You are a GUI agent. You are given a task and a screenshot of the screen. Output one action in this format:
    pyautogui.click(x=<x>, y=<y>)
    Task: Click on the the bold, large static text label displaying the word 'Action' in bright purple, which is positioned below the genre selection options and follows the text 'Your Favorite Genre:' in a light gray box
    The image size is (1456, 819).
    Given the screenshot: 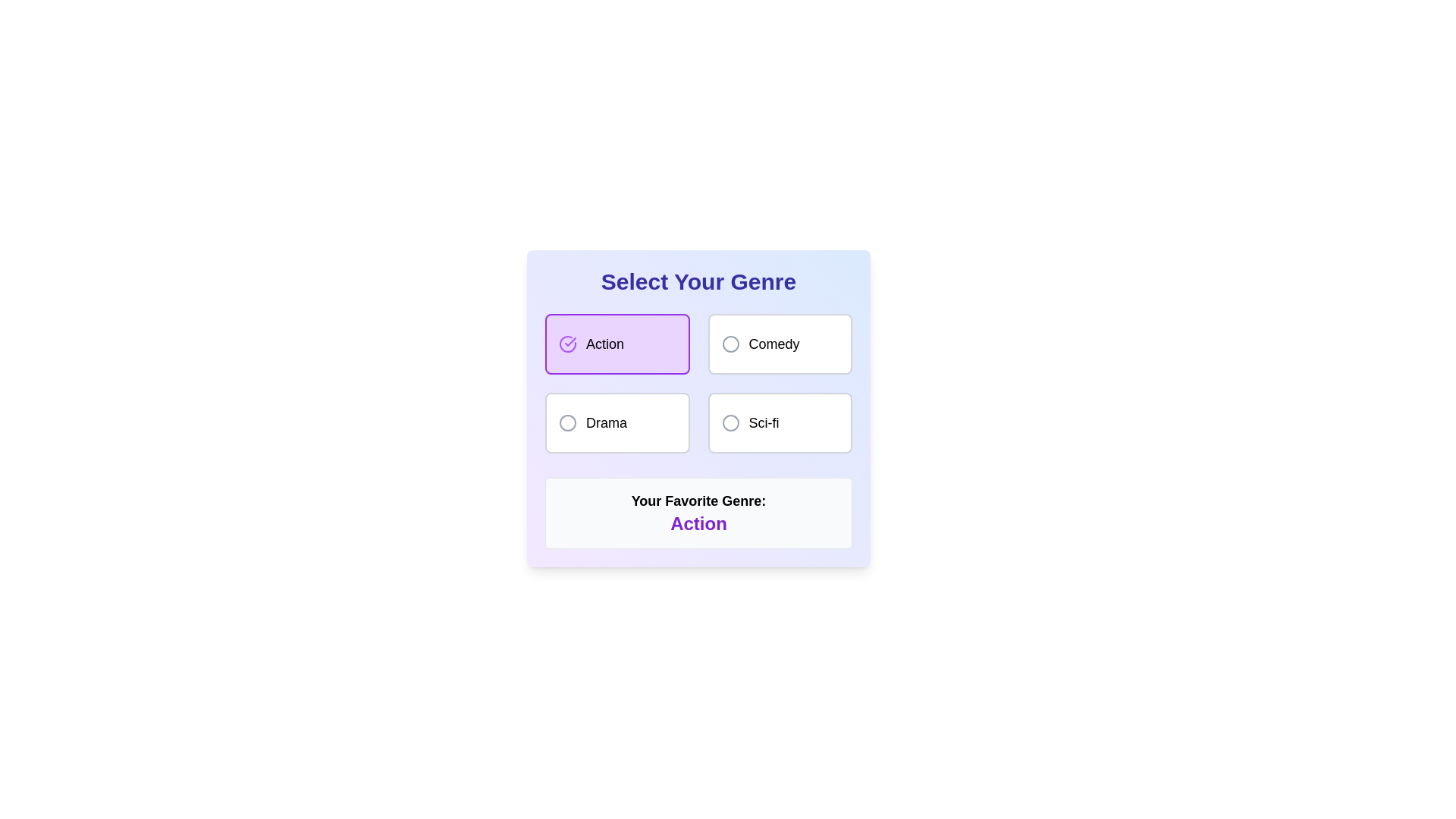 What is the action you would take?
    pyautogui.click(x=698, y=522)
    